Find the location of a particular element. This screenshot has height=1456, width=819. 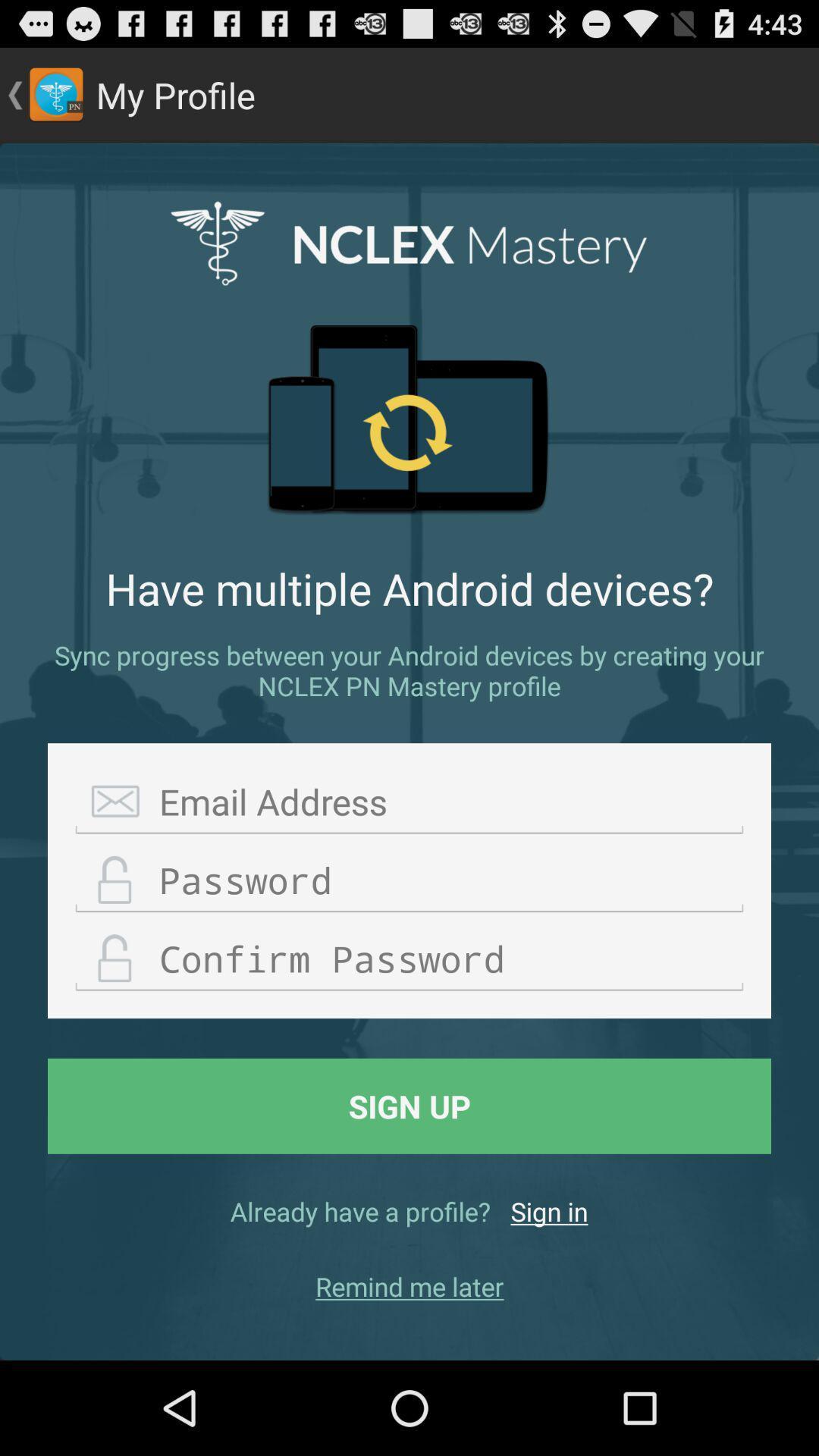

sign in icon is located at coordinates (549, 1210).